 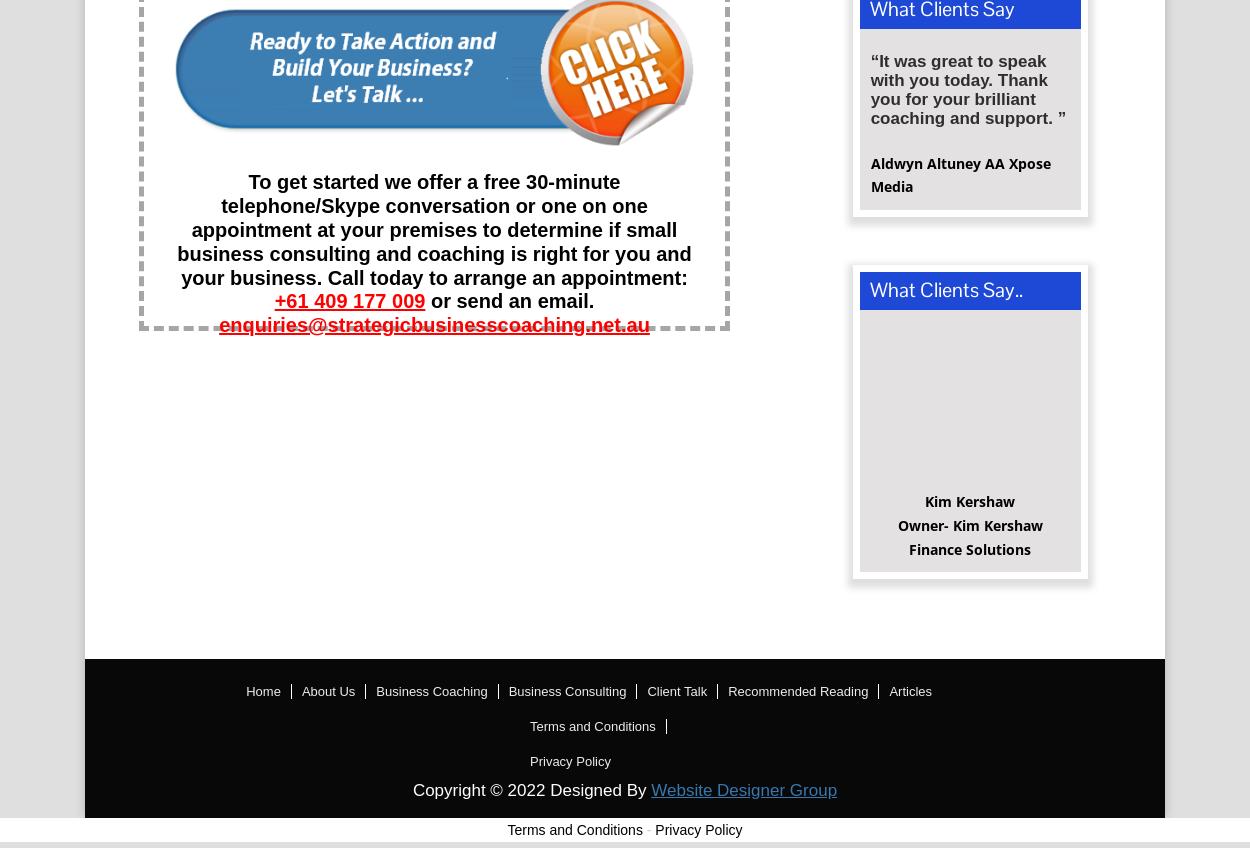 What do you see at coordinates (348, 307) in the screenshot?
I see `'+61 409 177 009'` at bounding box center [348, 307].